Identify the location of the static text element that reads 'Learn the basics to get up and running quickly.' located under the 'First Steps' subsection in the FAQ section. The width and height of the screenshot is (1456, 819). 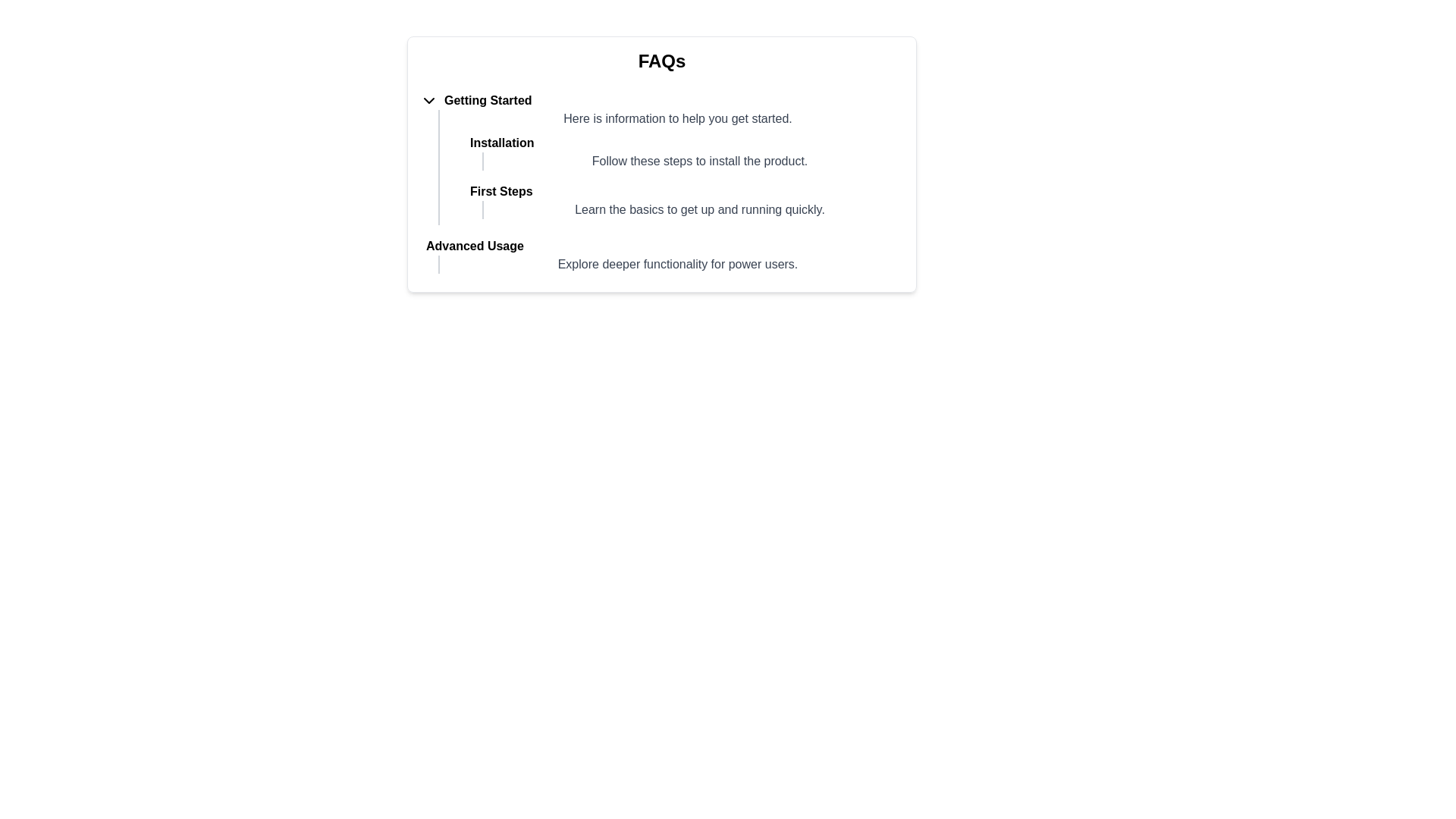
(698, 210).